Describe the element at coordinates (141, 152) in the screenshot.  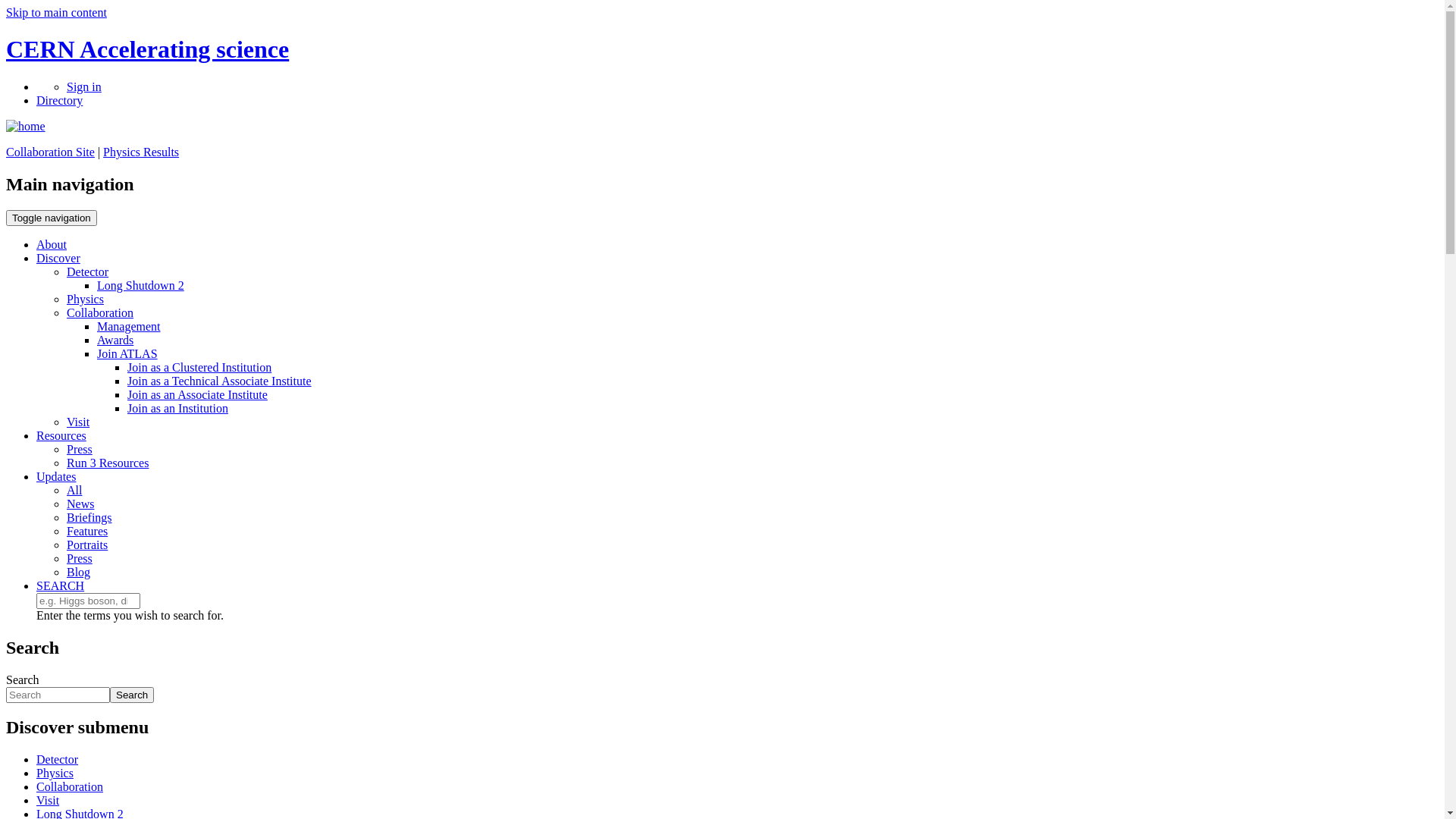
I see `'Physics Results'` at that location.